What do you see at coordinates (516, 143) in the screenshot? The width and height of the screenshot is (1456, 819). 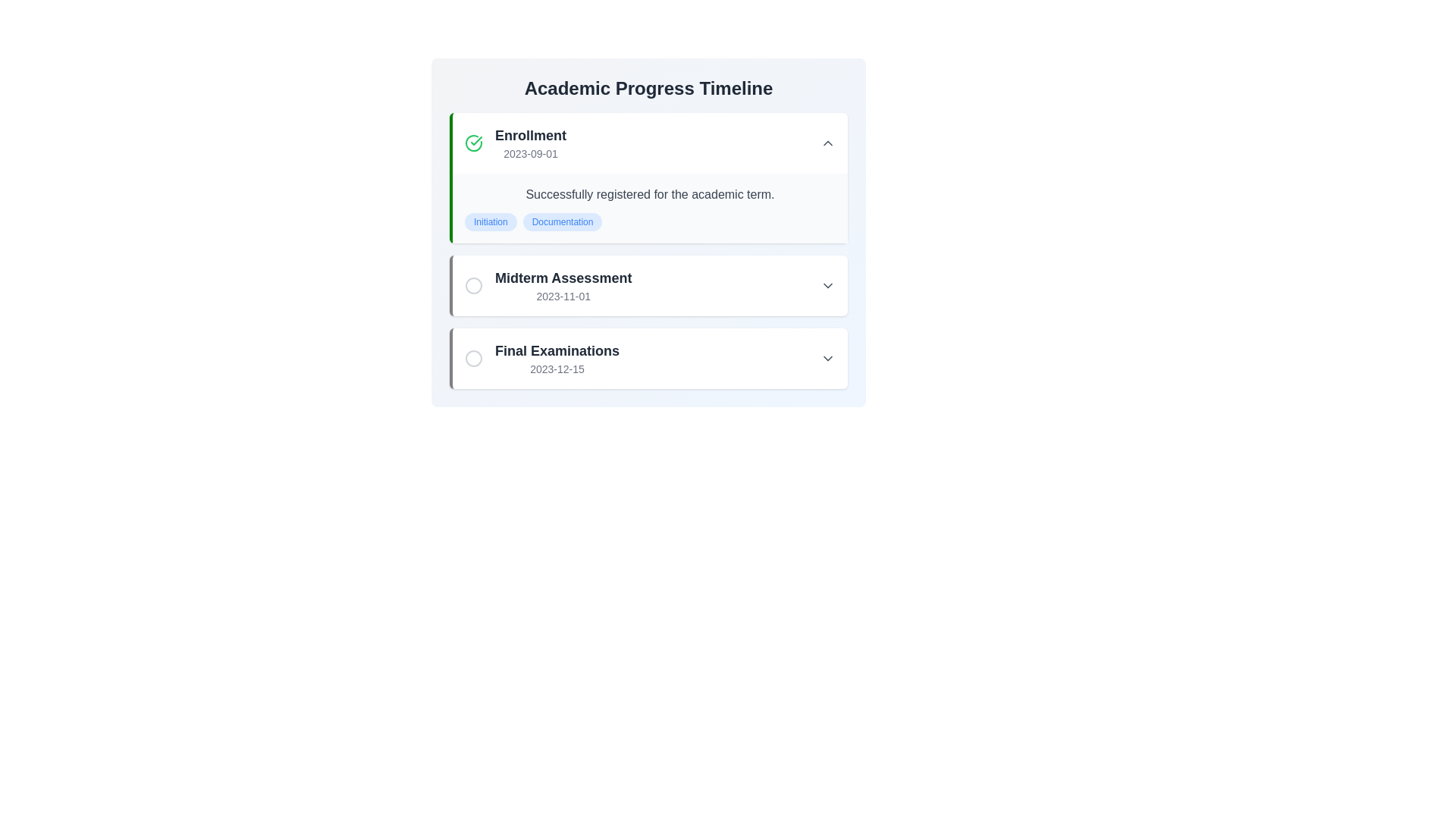 I see `information displayed in the 'Enrollment' title with the green circular checkmark icon, which includes the text 'Enrollment' in bold and '2023-09-01' below it` at bounding box center [516, 143].